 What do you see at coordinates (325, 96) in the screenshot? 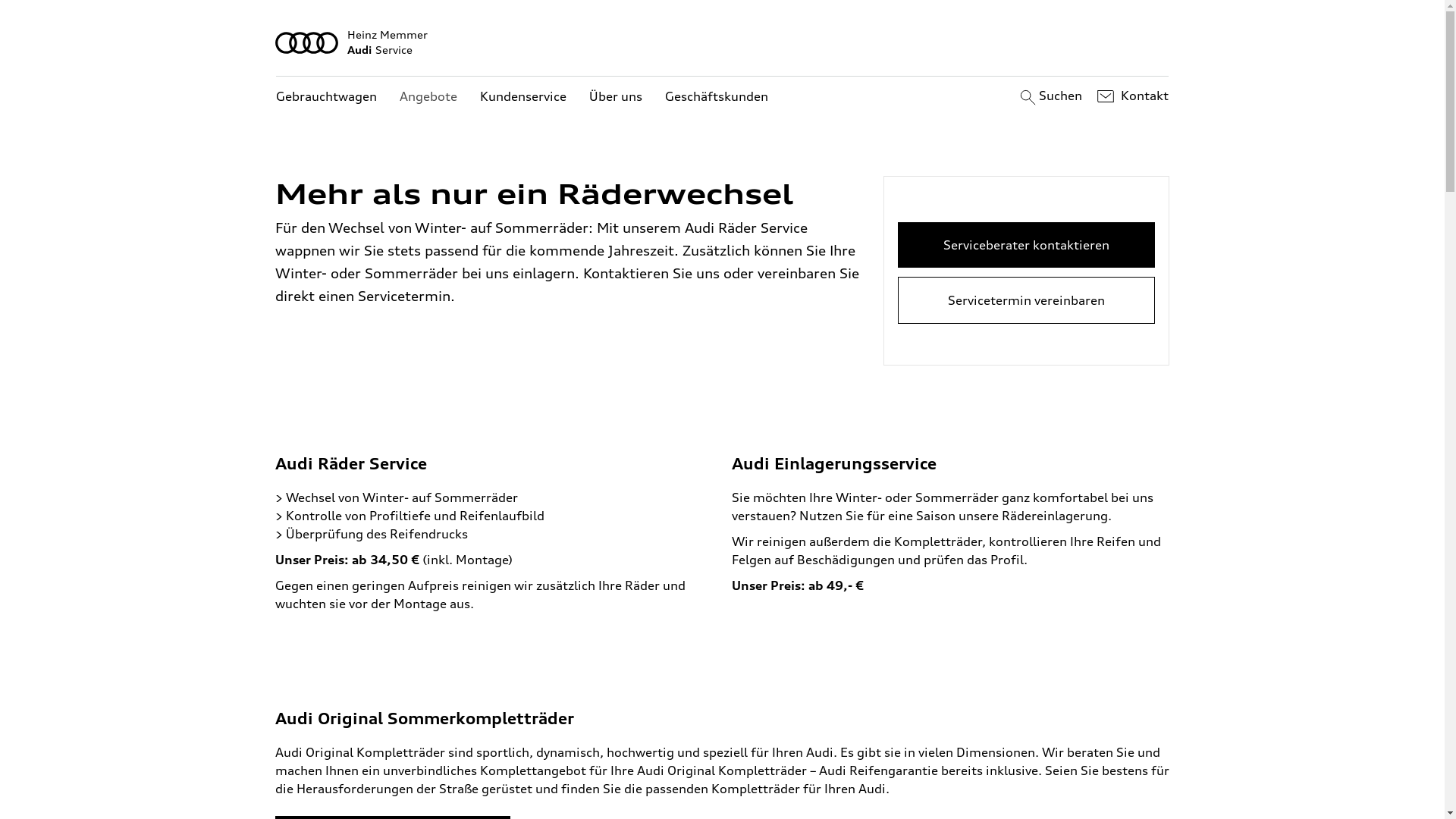
I see `'Gebrauchtwagen'` at bounding box center [325, 96].